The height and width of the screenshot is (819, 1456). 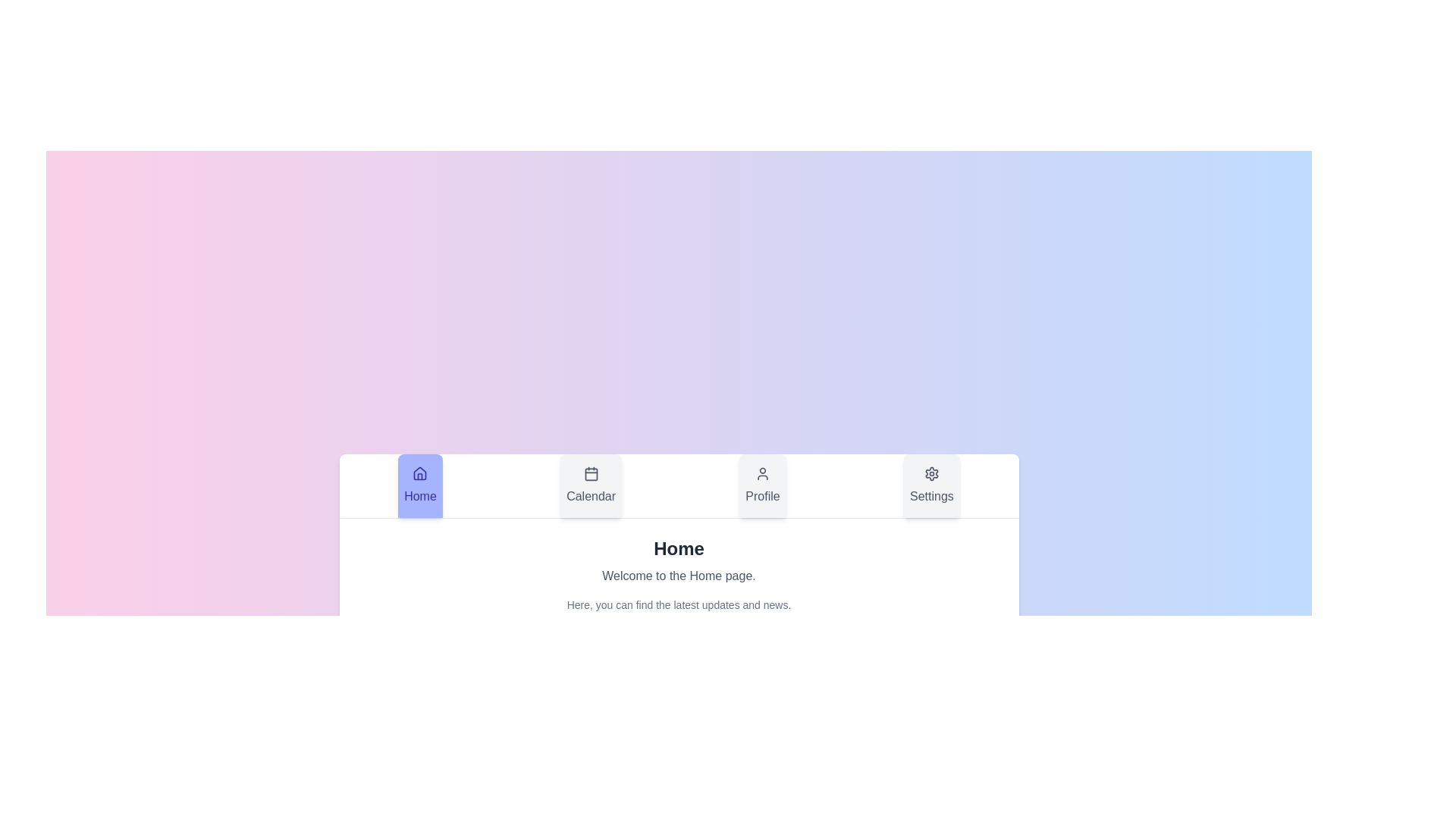 I want to click on the tab labeled Calendar, so click(x=590, y=485).